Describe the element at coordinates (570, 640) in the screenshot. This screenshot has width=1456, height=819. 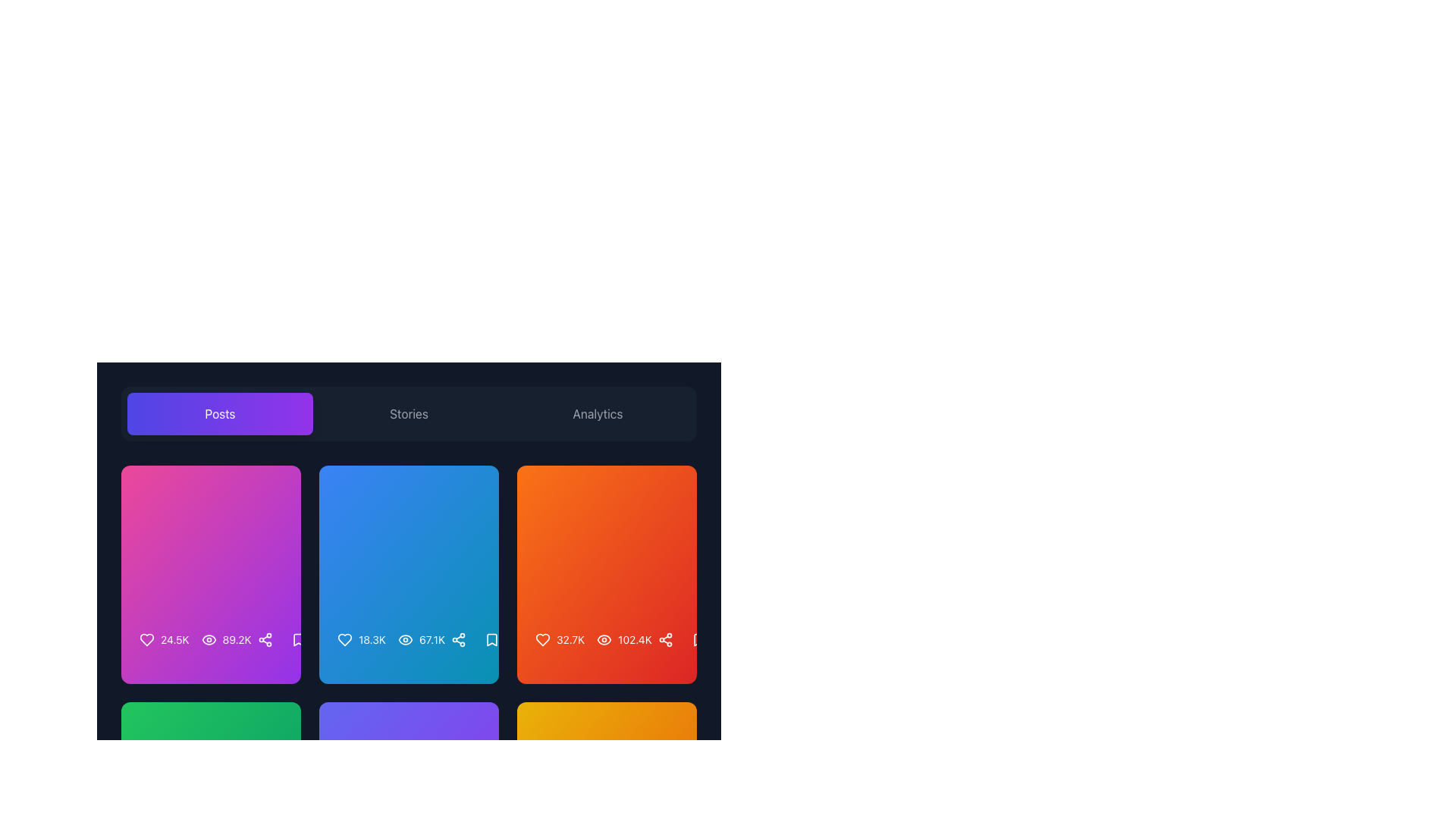
I see `the displayed count value on the text label located at the rightmost position within the footer area of the orange card, which is the third in a horizontal list of cards` at that location.